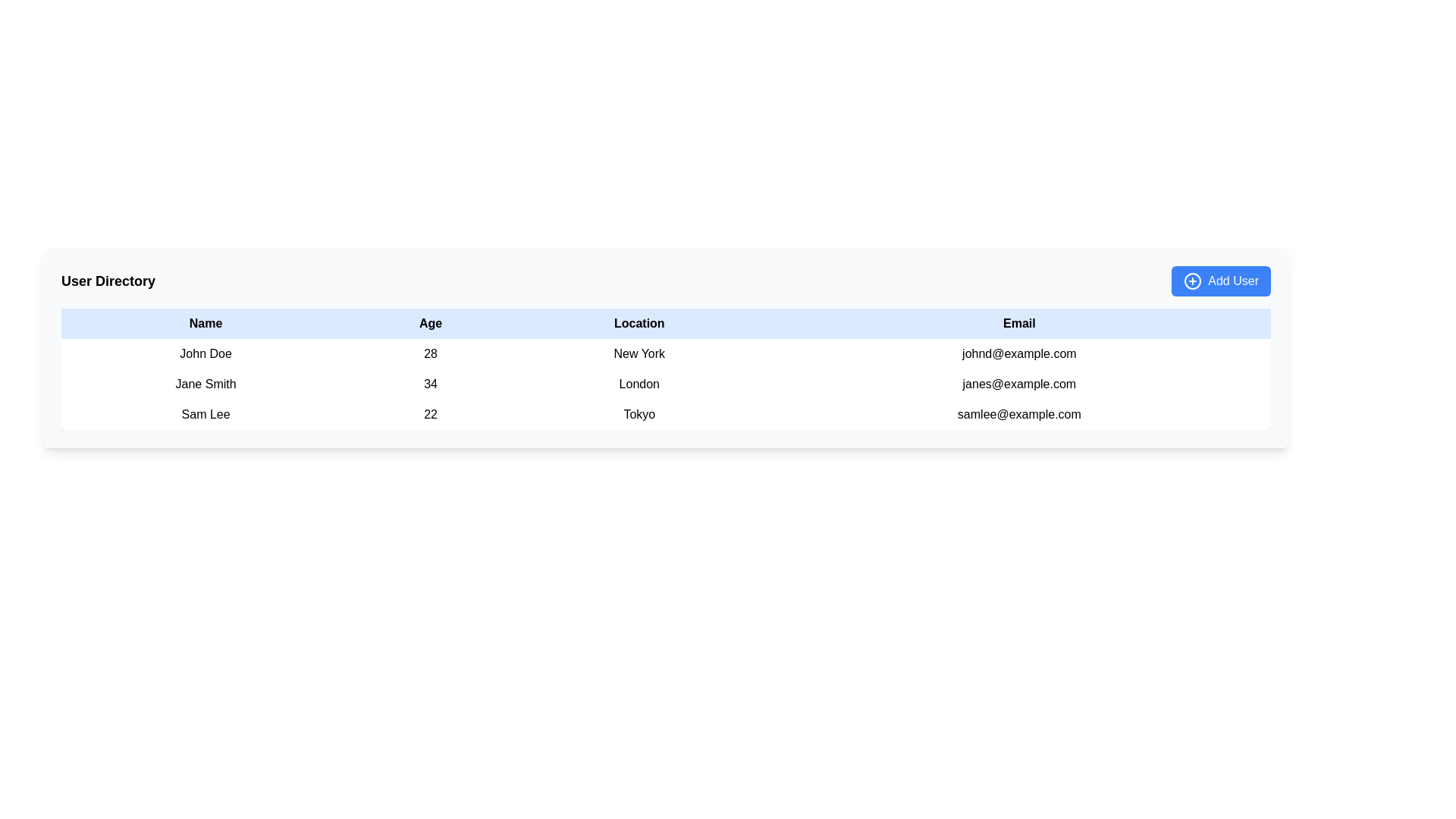 This screenshot has height=819, width=1456. I want to click on the second row of the user directory table containing the information 'Jane Smith', '34', 'London', and 'janes@example.com', so click(666, 383).